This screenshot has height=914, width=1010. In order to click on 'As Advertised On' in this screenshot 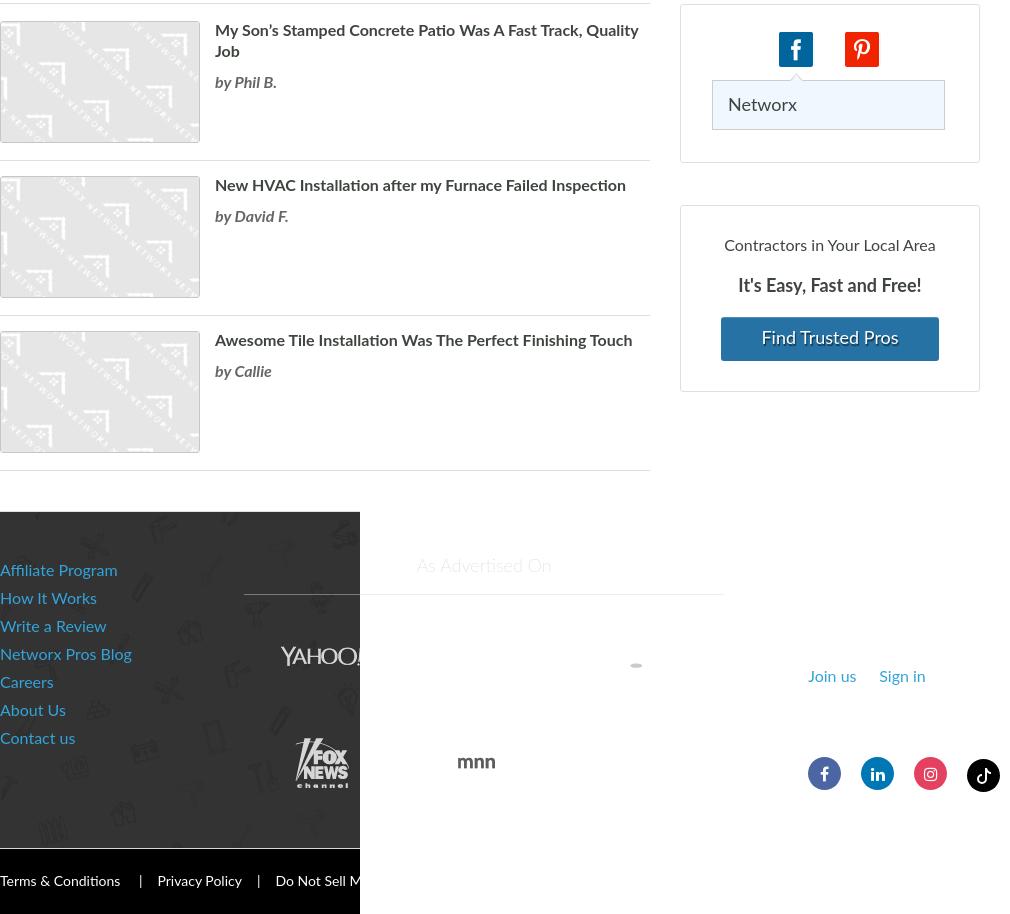, I will do `click(483, 567)`.